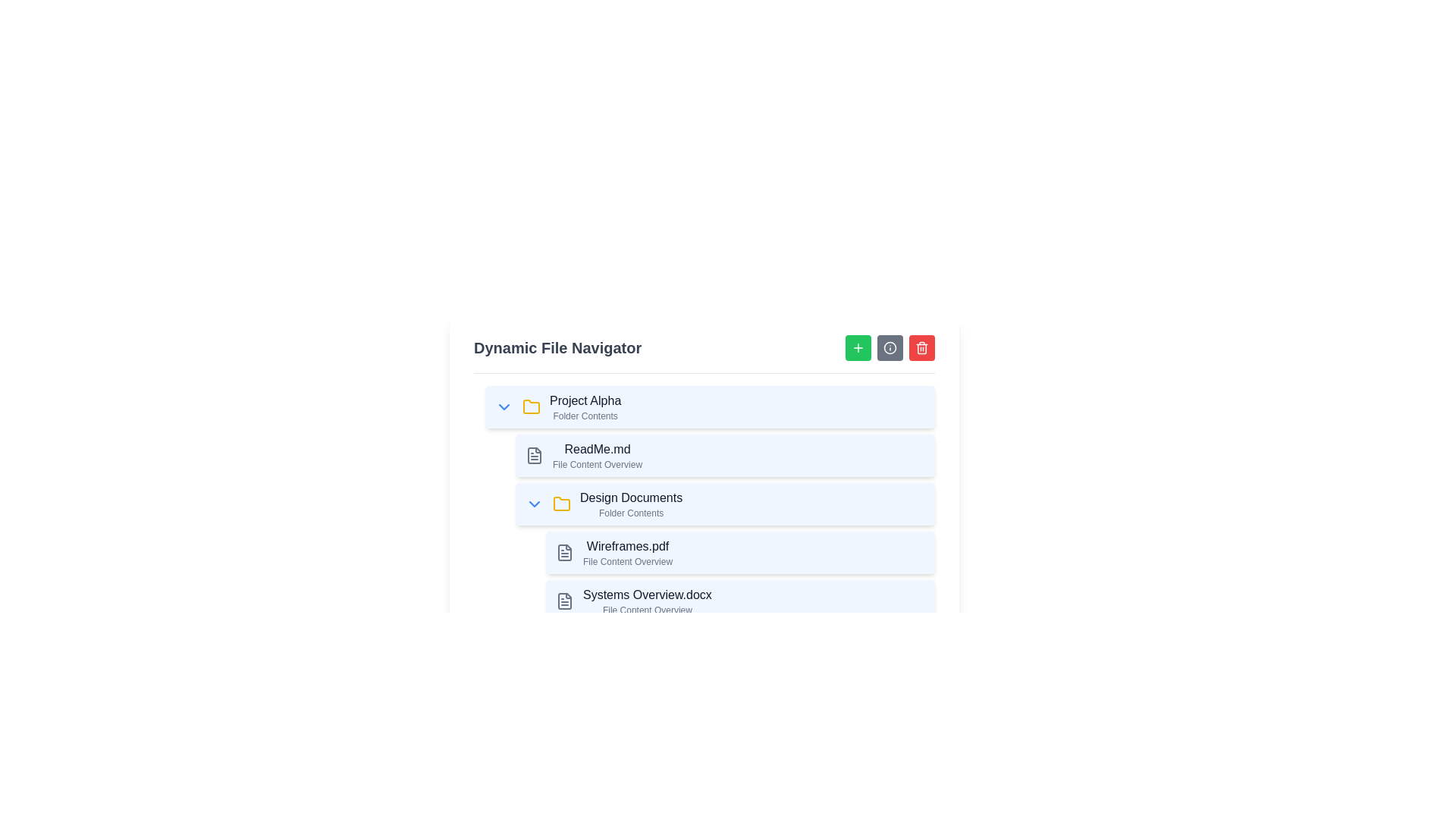  What do you see at coordinates (647, 610) in the screenshot?
I see `the 'File Content Overview' text label, which is styled with a small font size and gray color, located directly below 'Systems Overview.docx'` at bounding box center [647, 610].